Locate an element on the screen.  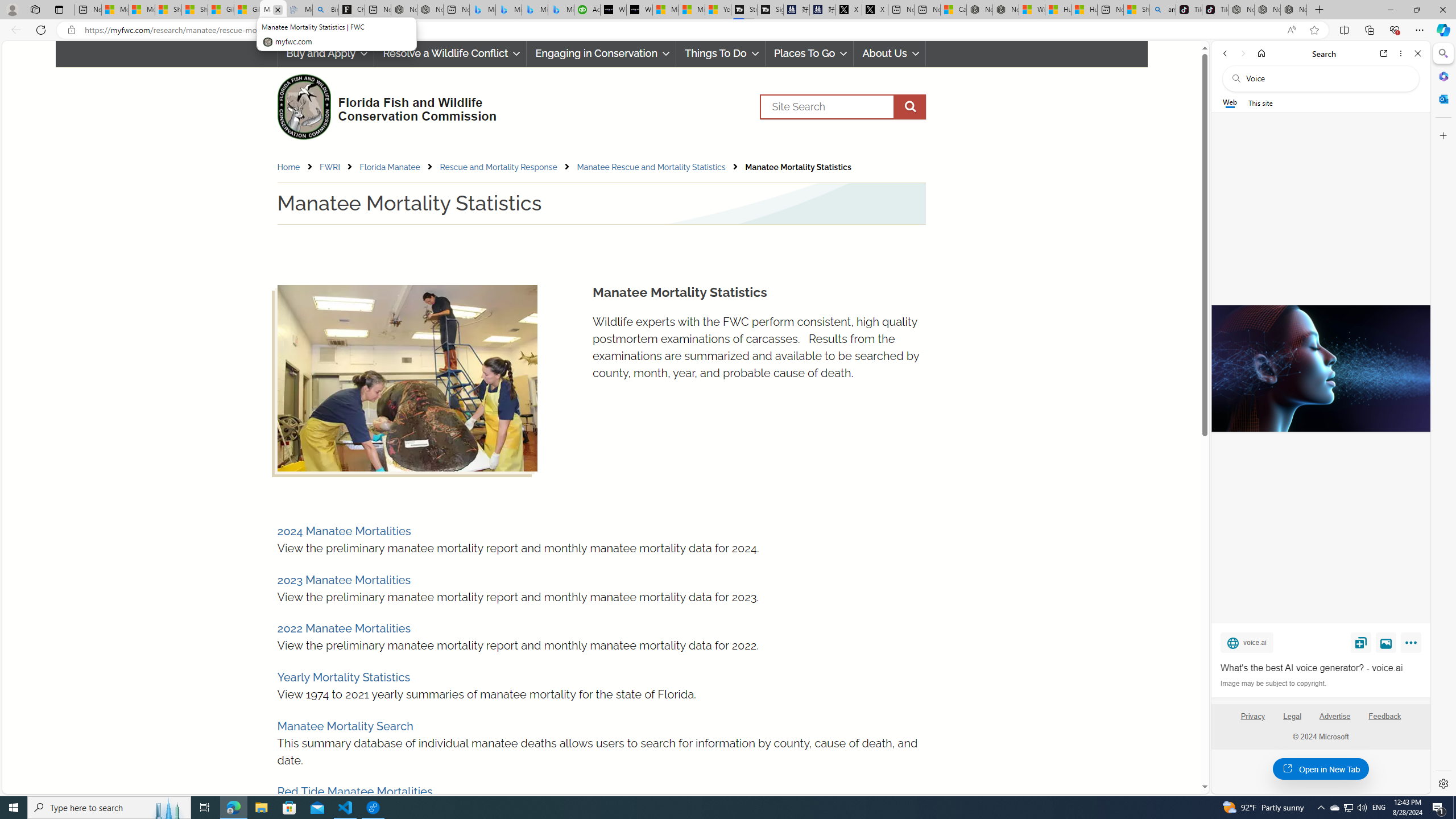
'More' is located at coordinates (1412, 644).